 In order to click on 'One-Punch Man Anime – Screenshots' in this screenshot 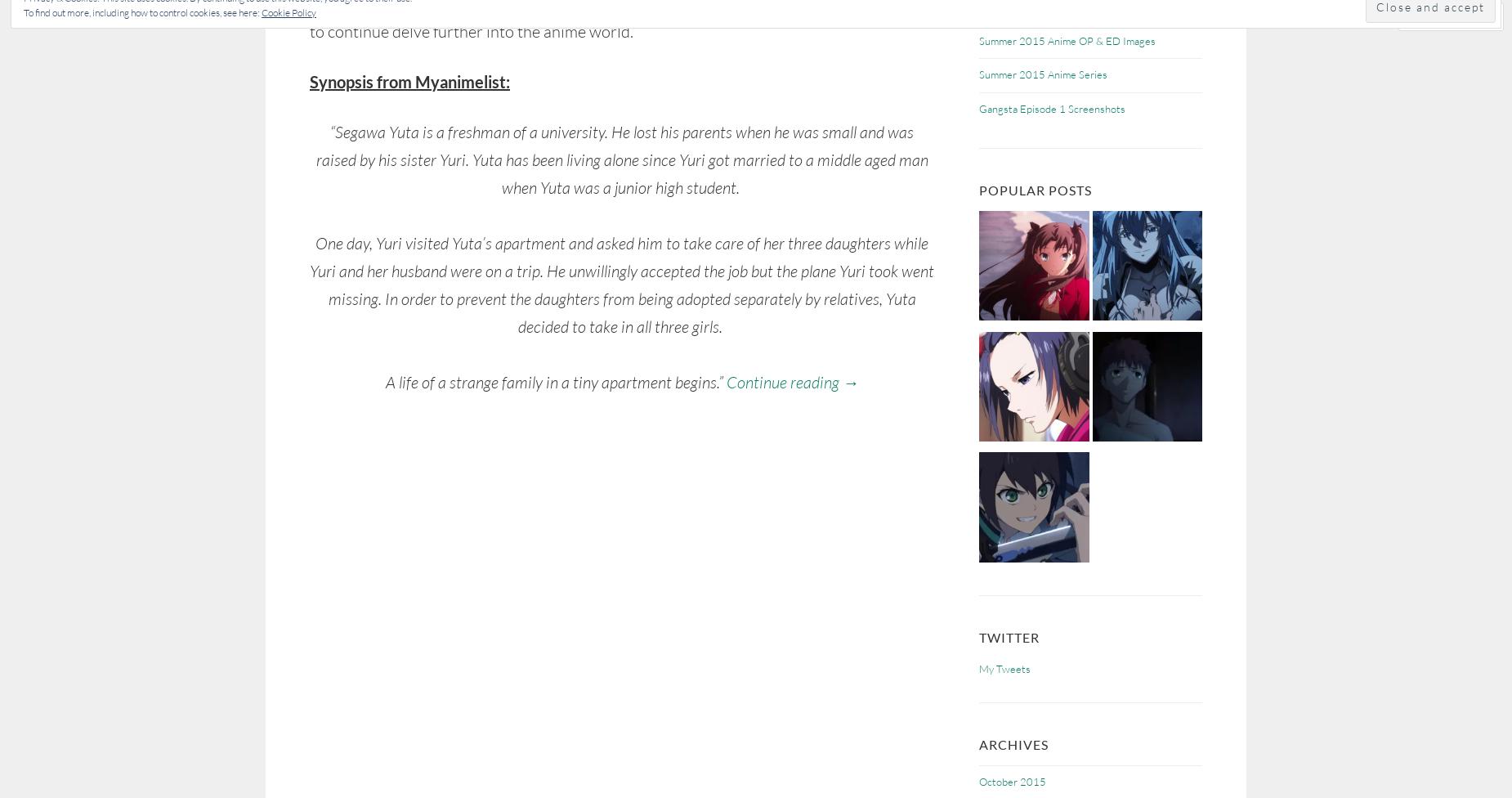, I will do `click(1065, 7)`.